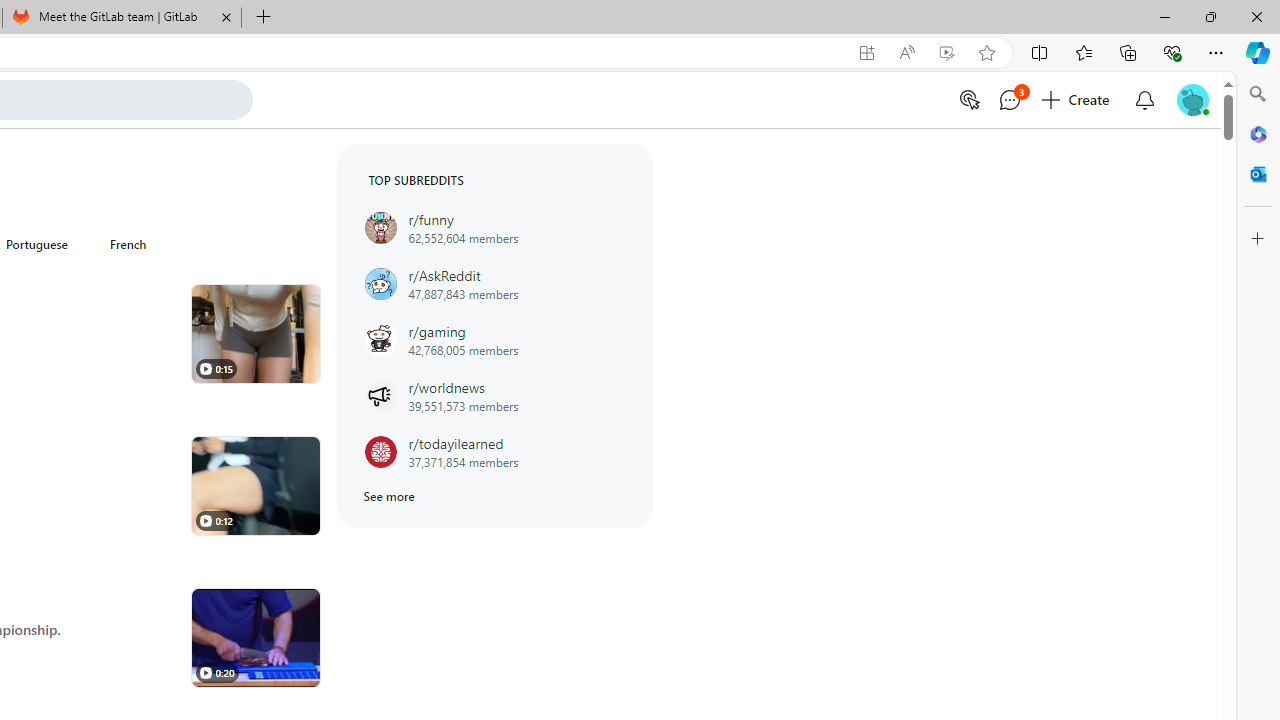 The image size is (1280, 720). I want to click on 'App available. Install Reddit', so click(867, 52).